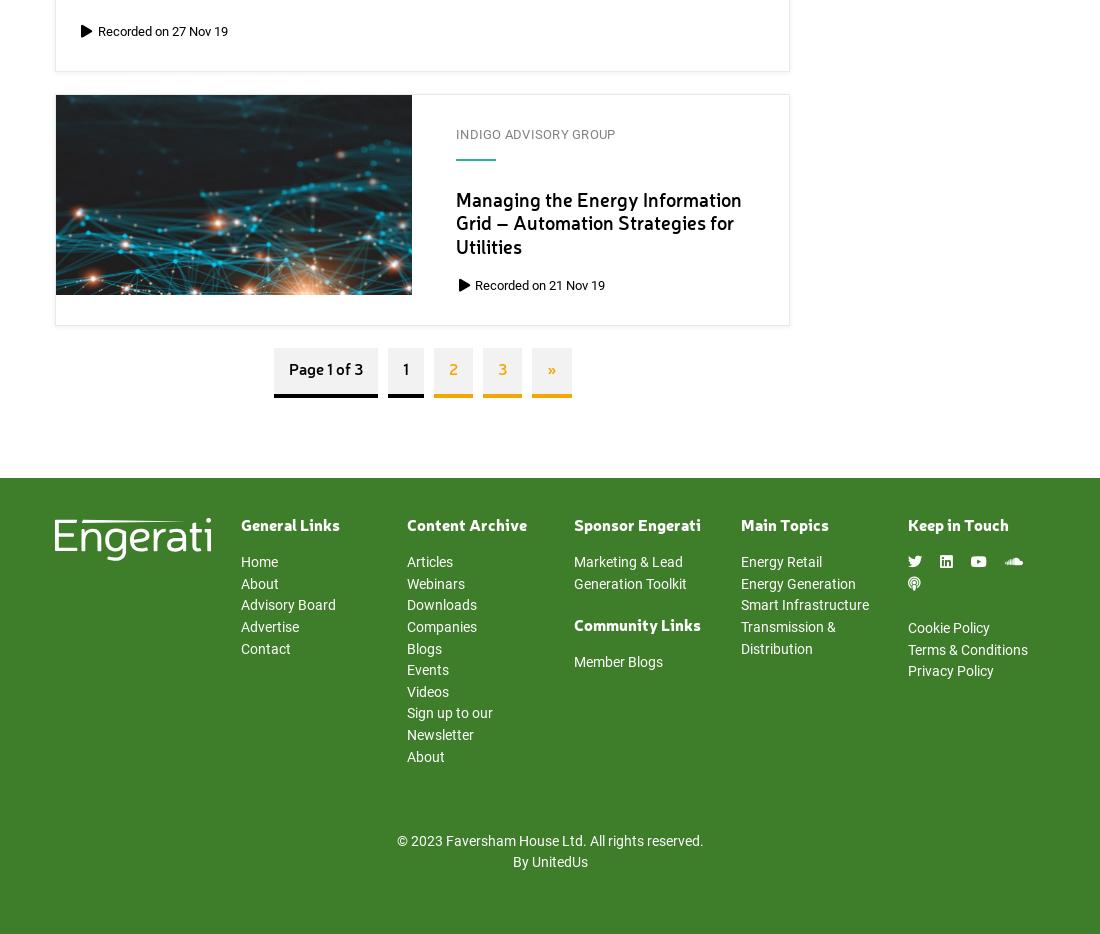 The height and width of the screenshot is (934, 1100). I want to click on 'Community Links', so click(637, 625).